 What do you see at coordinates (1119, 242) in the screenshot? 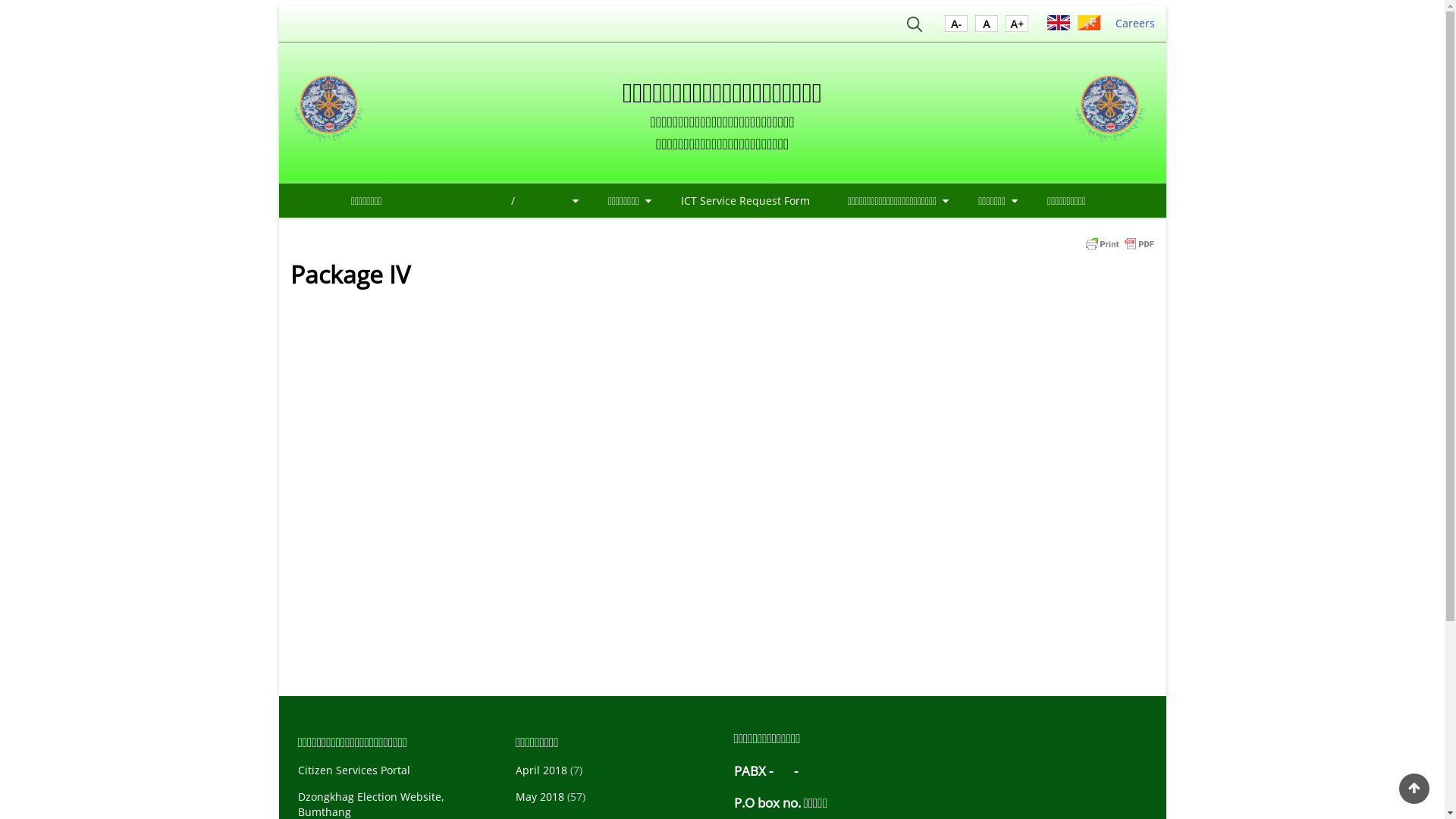
I see `'Printer Friendly, PDF & Email'` at bounding box center [1119, 242].